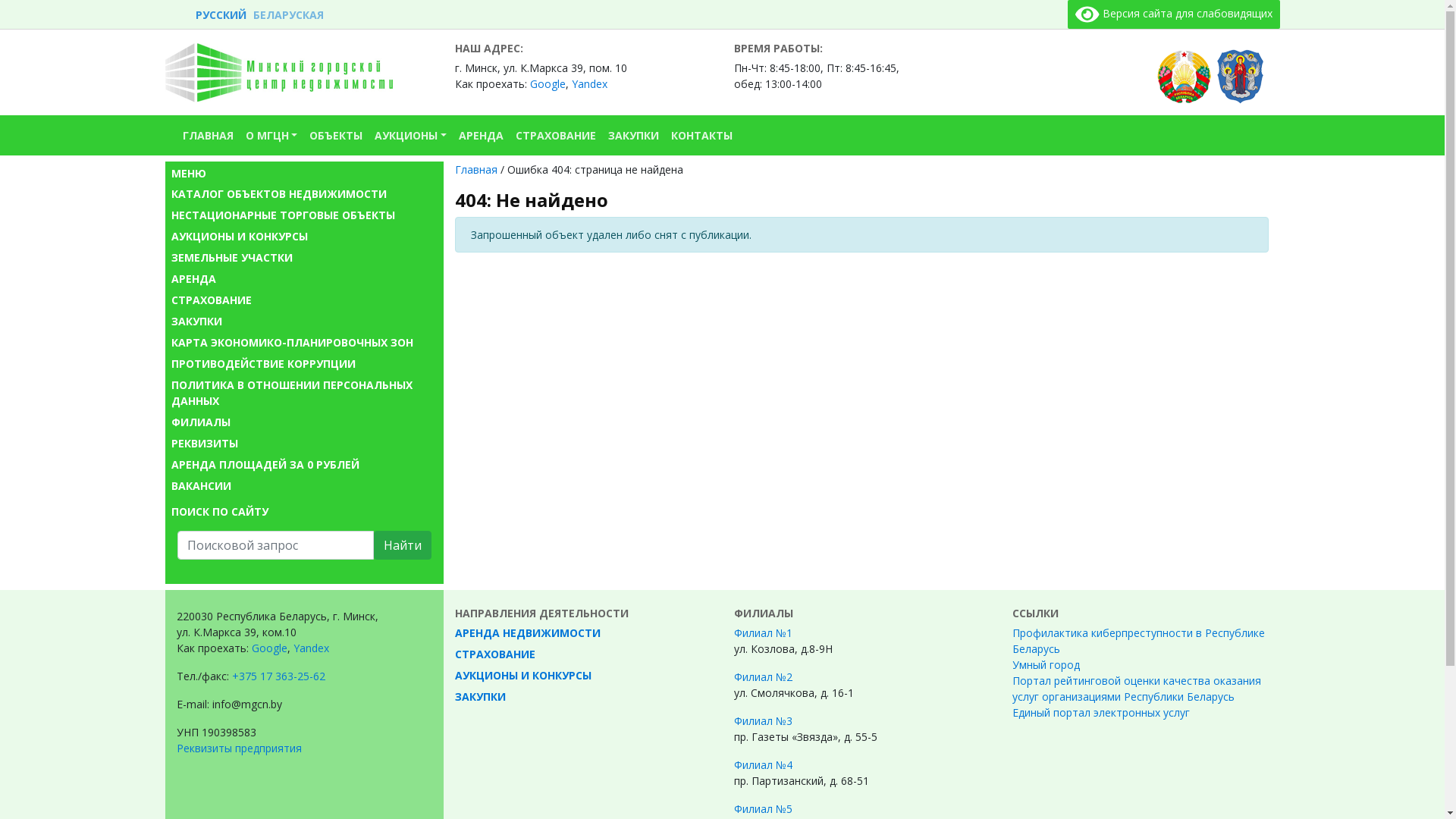 The image size is (1456, 819). Describe the element at coordinates (588, 83) in the screenshot. I see `'Yandex'` at that location.